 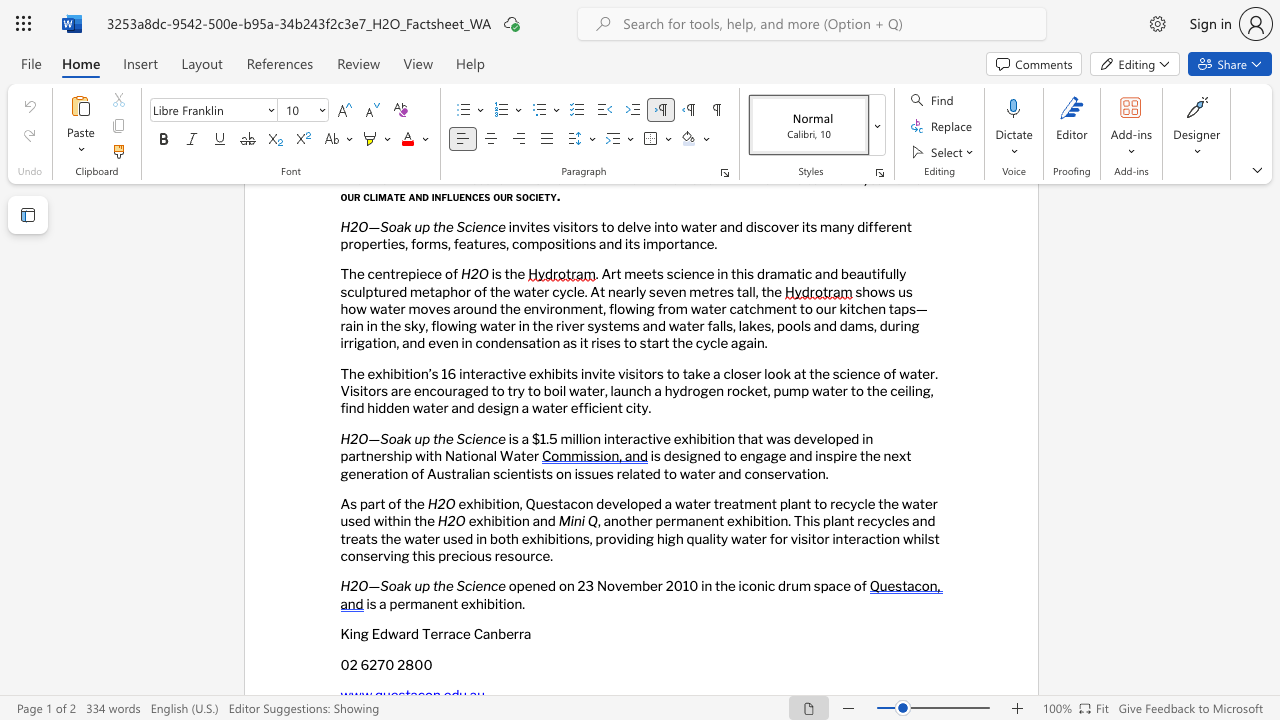 What do you see at coordinates (546, 473) in the screenshot?
I see `the space between the continuous character "t" and "s" in the text` at bounding box center [546, 473].